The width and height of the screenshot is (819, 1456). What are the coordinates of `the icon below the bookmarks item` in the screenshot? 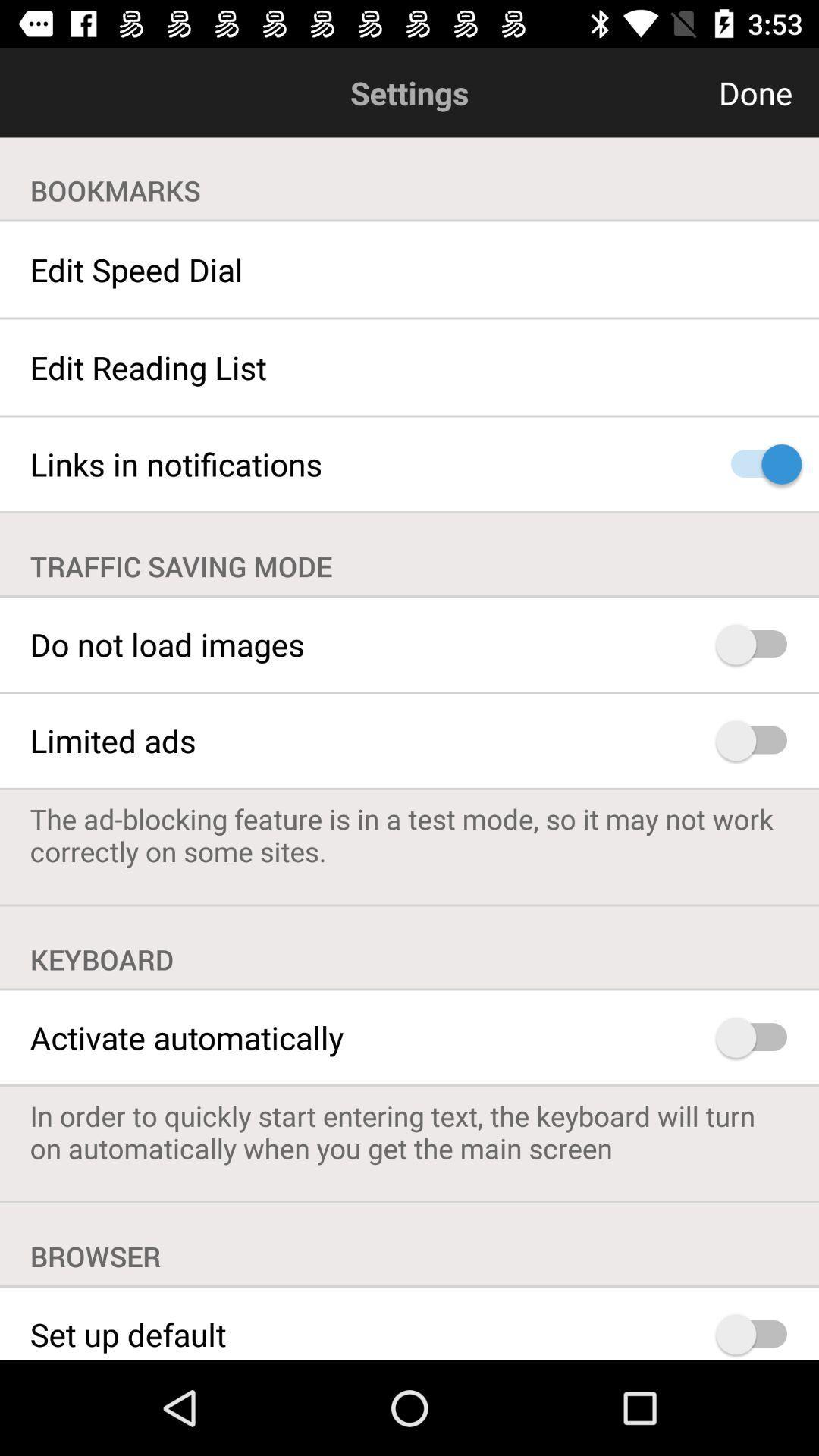 It's located at (409, 269).